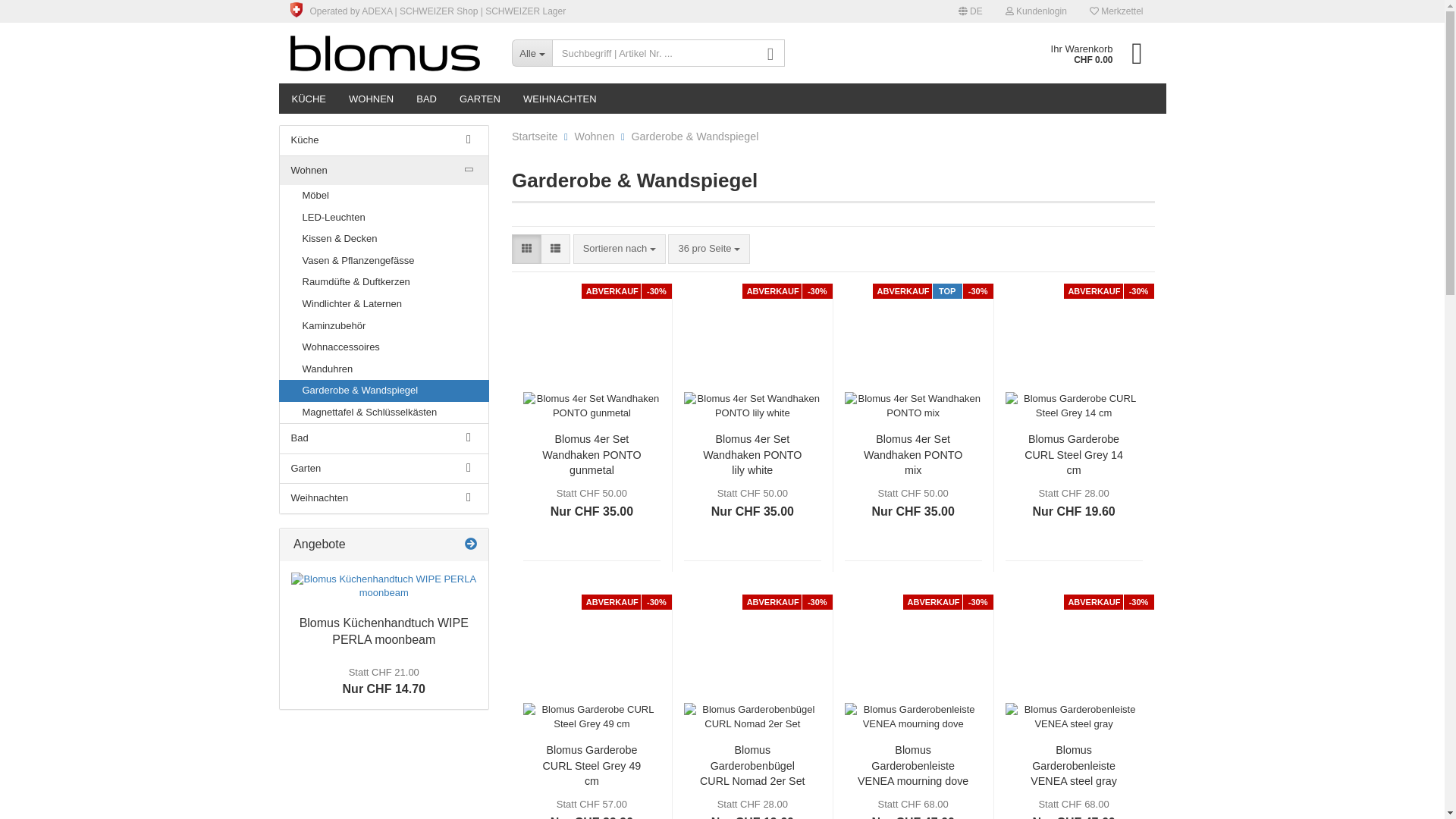  Describe the element at coordinates (912, 453) in the screenshot. I see `'Blomus 4er Set Wandhaken PONTO mix'` at that location.